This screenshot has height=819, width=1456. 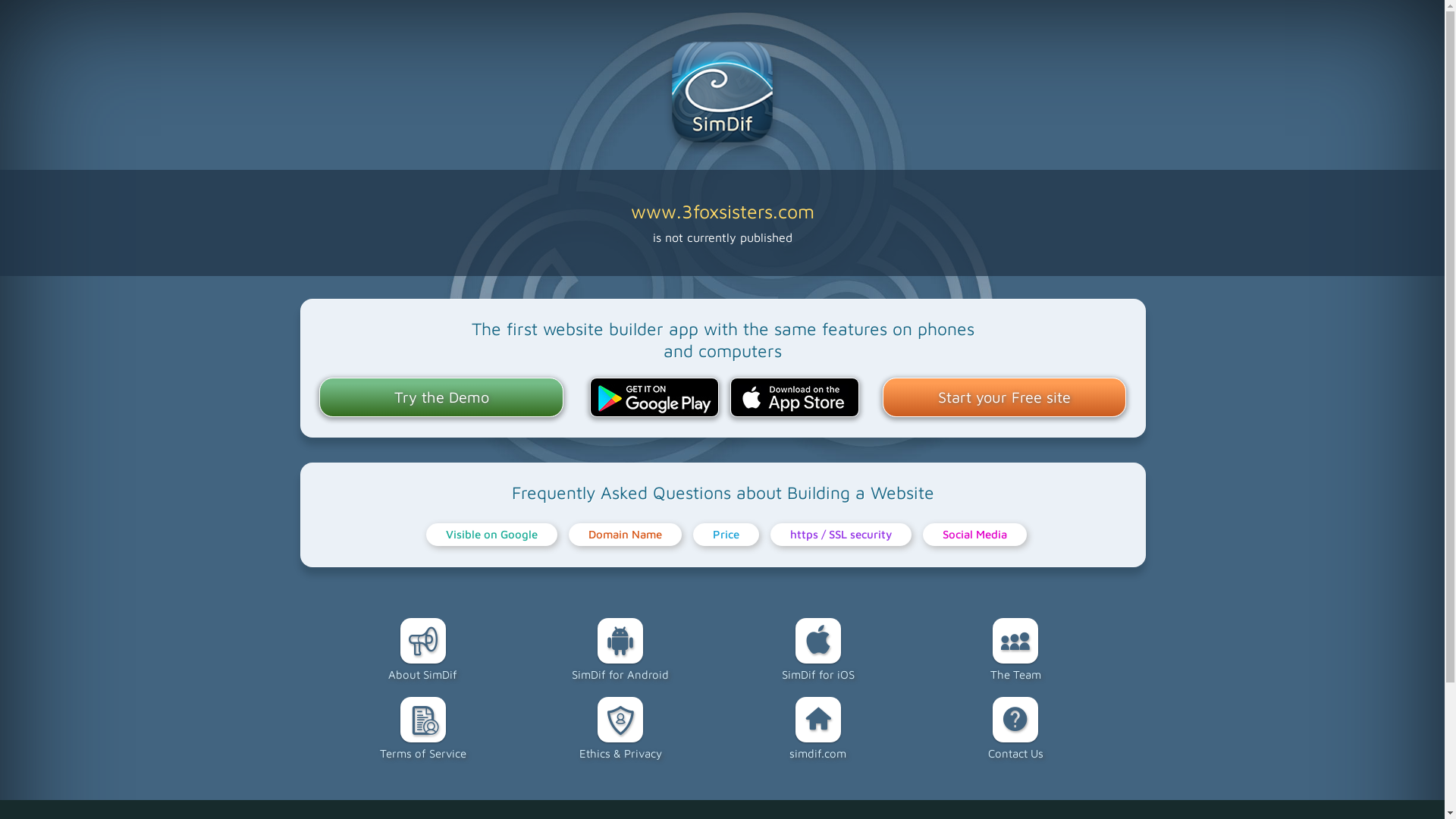 I want to click on 'The Team', so click(x=1015, y=648).